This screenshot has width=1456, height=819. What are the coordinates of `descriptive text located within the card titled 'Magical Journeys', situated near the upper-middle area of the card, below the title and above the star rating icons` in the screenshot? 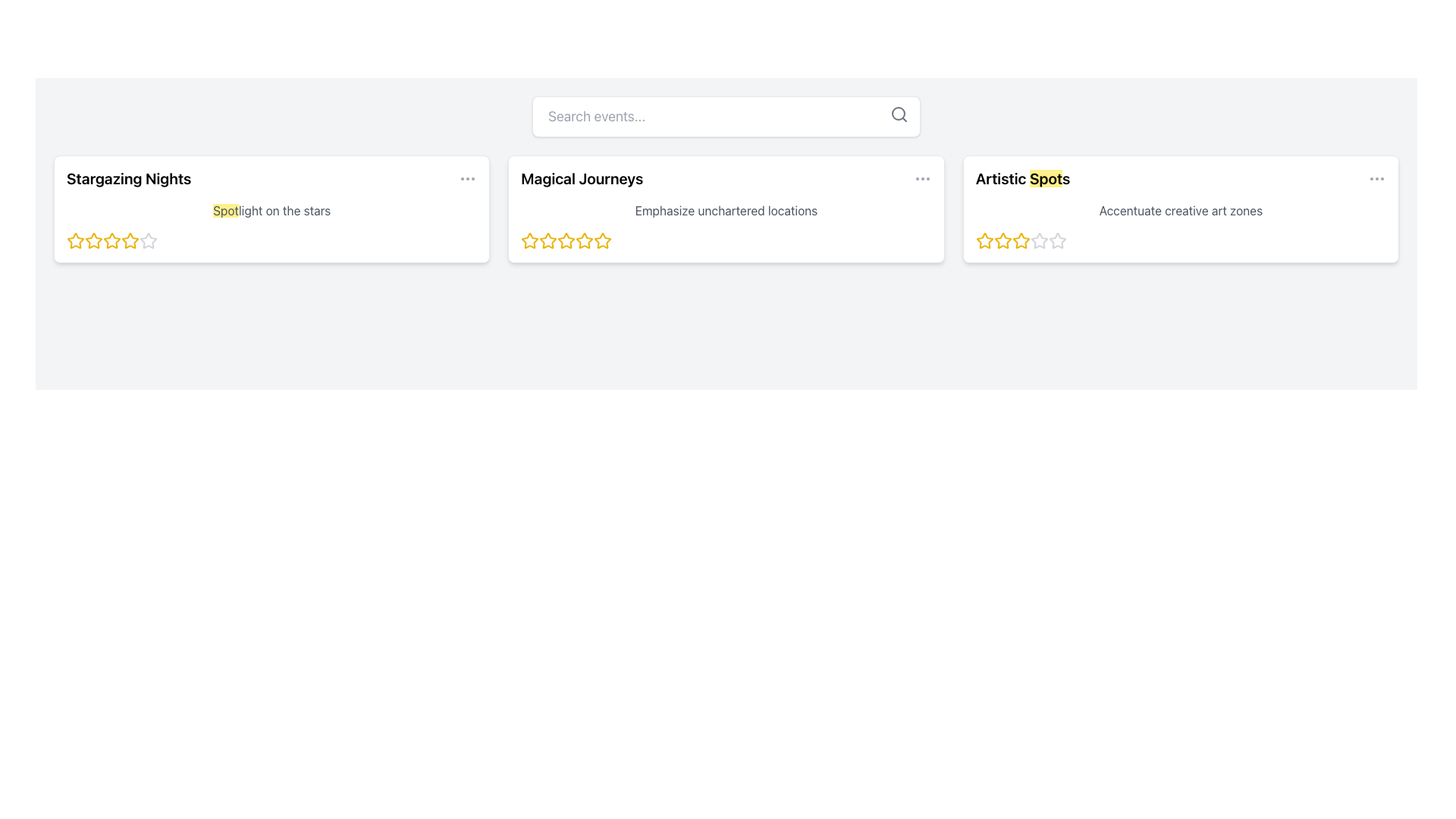 It's located at (725, 210).